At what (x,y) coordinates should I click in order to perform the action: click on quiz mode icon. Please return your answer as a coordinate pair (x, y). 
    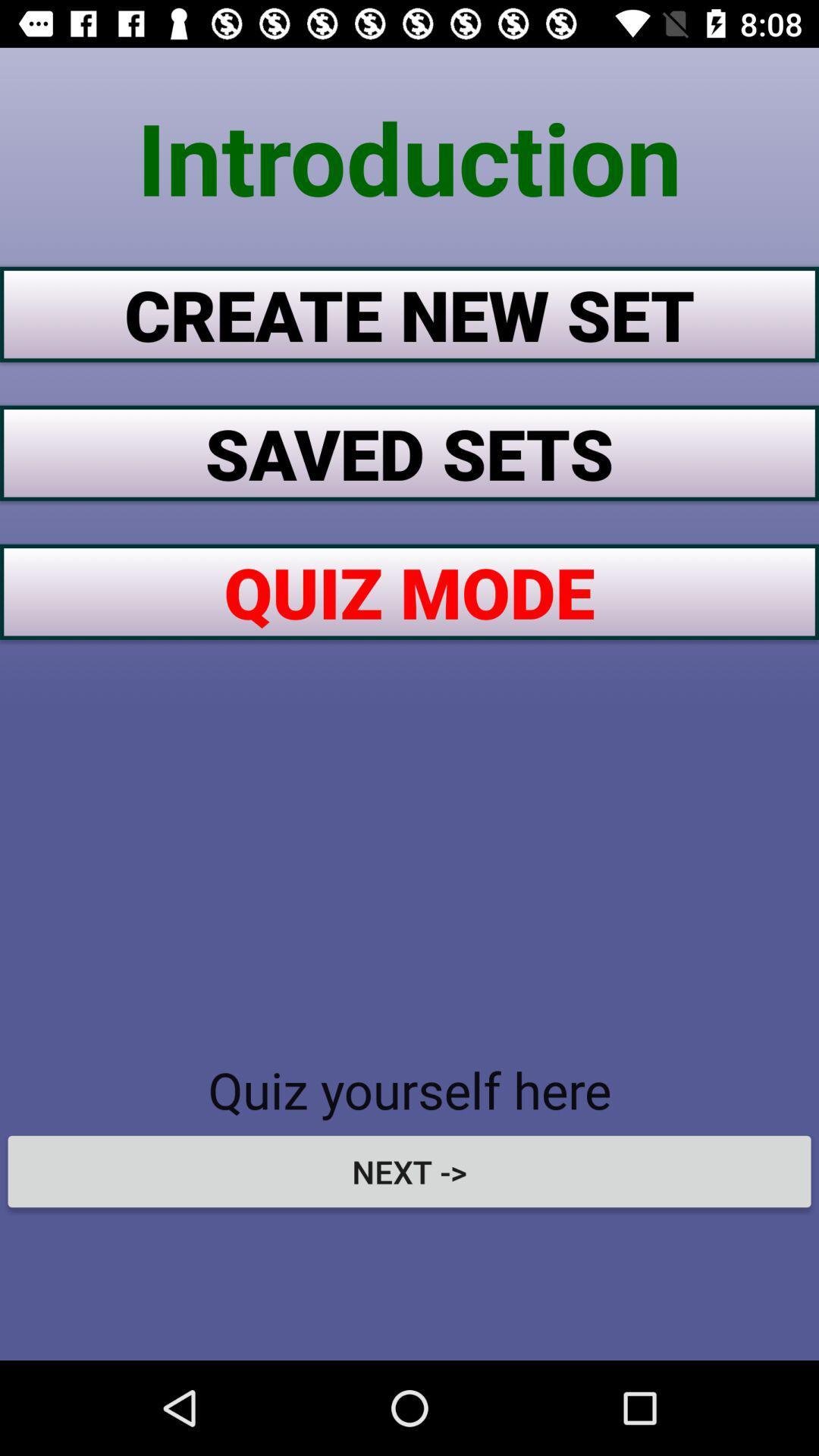
    Looking at the image, I should click on (409, 591).